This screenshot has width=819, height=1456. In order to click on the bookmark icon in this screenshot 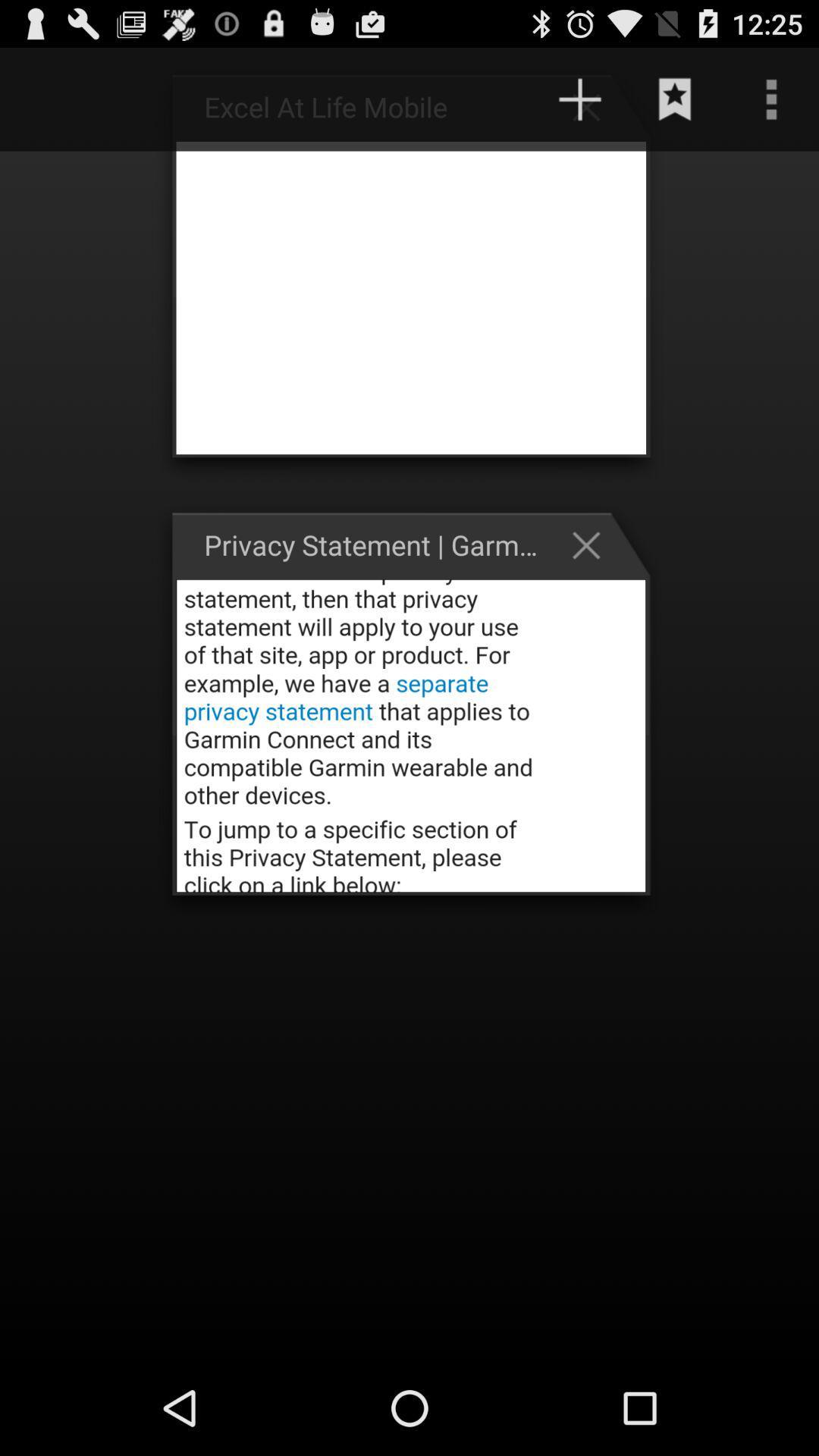, I will do `click(675, 105)`.